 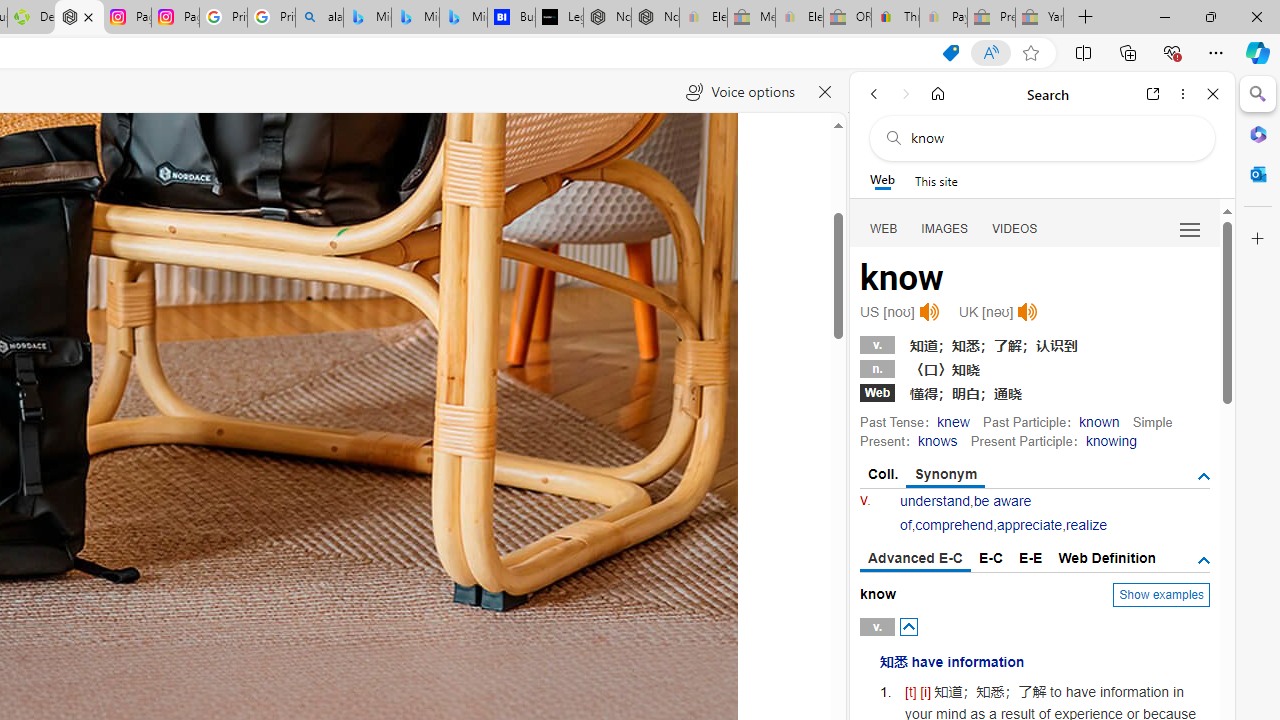 What do you see at coordinates (1031, 558) in the screenshot?
I see `'E-E'` at bounding box center [1031, 558].